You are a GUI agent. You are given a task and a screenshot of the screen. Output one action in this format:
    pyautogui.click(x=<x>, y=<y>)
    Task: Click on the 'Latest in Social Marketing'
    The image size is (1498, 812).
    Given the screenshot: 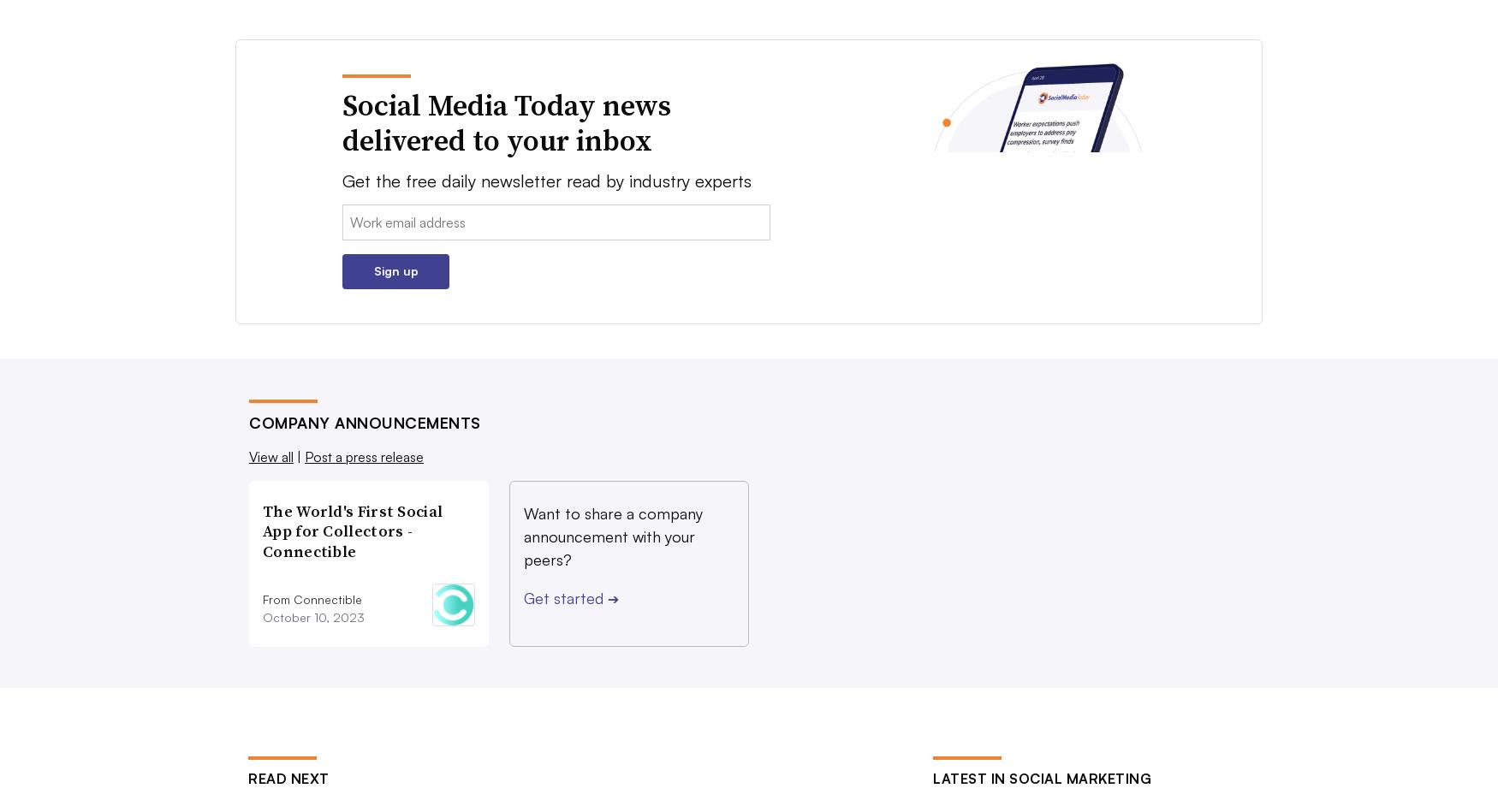 What is the action you would take?
    pyautogui.click(x=1042, y=777)
    